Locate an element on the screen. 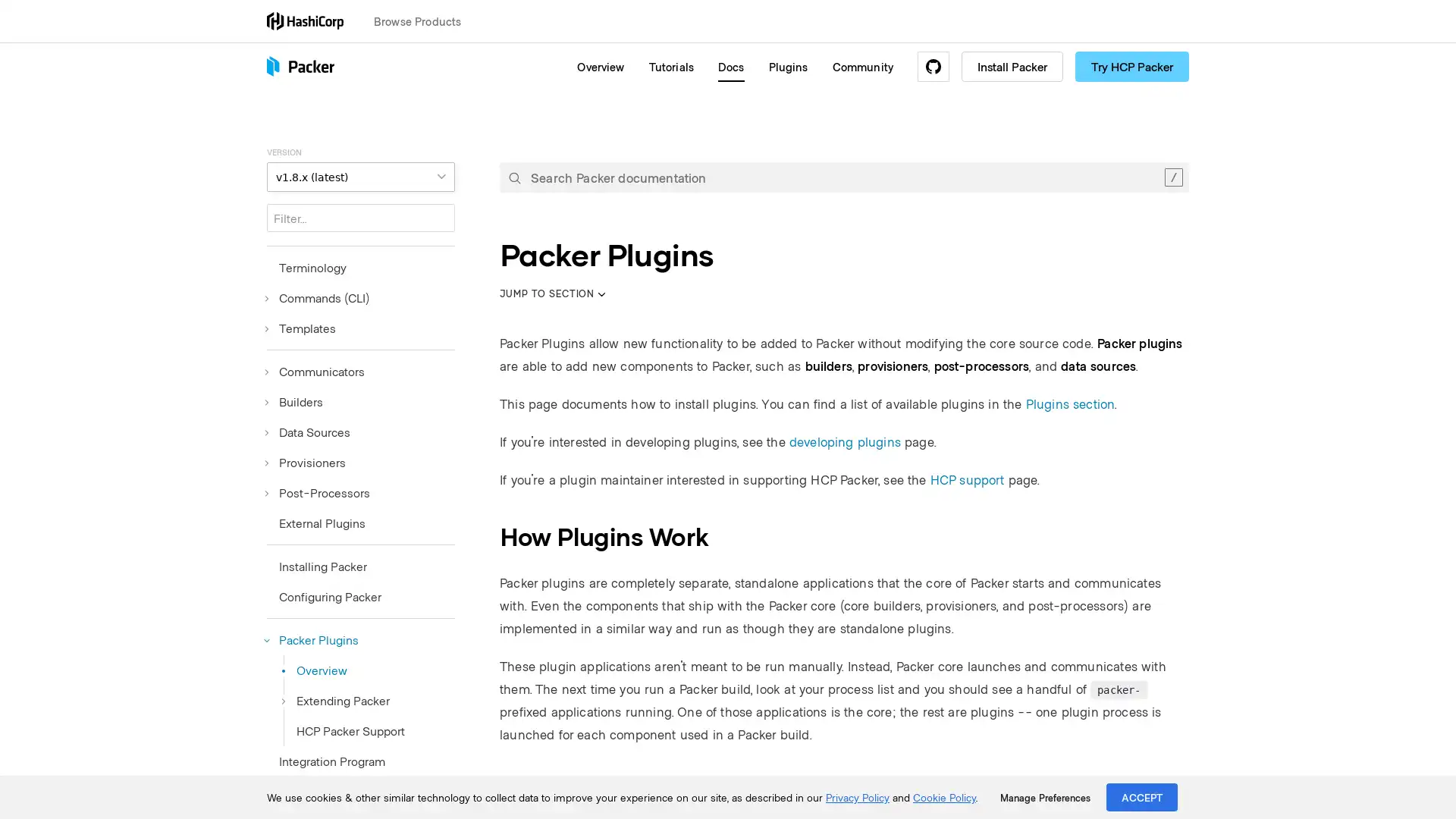 The width and height of the screenshot is (1456, 819). Post-Processors is located at coordinates (318, 493).